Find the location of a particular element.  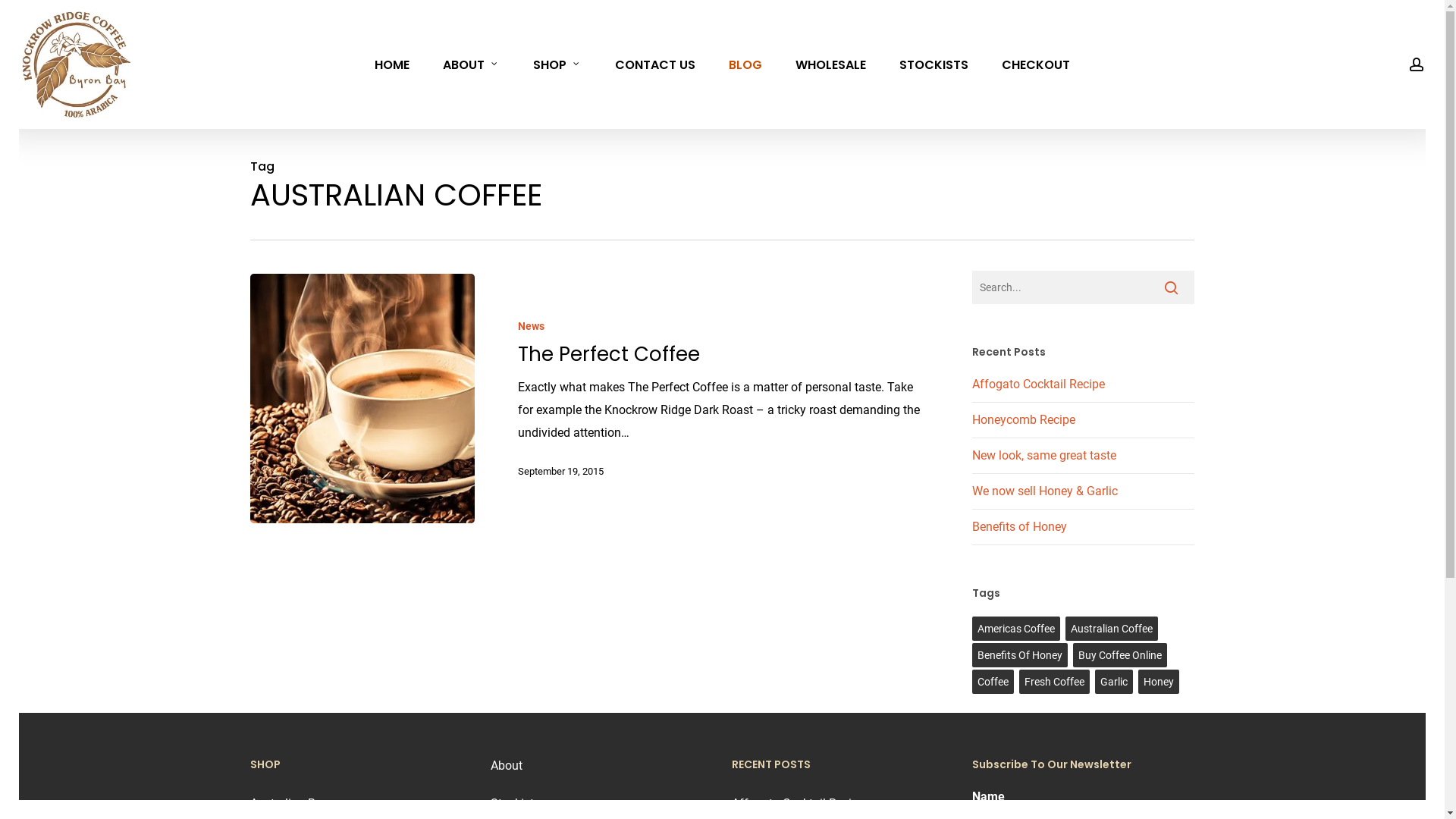

'News' is located at coordinates (517, 325).